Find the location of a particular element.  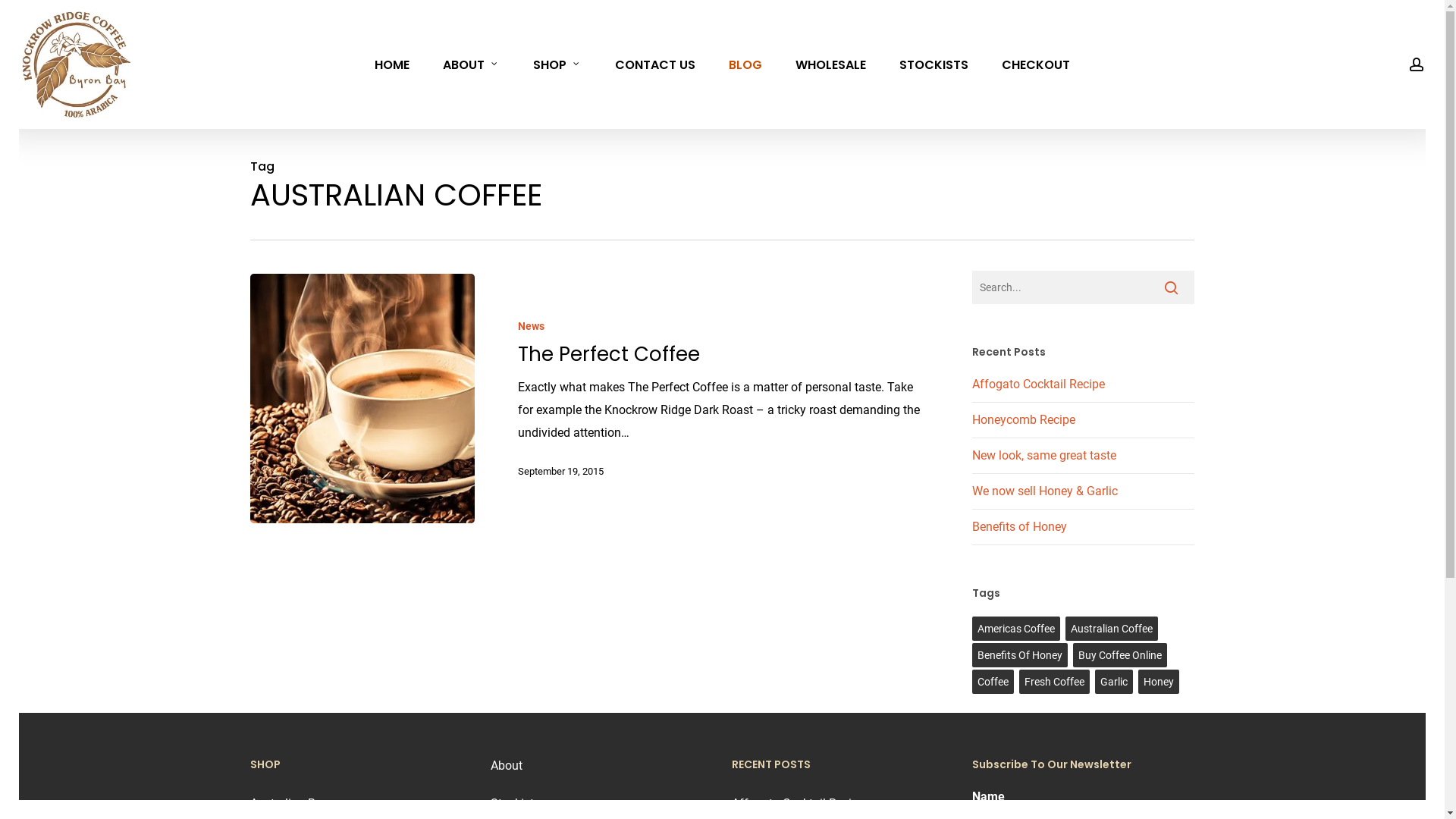

'News' is located at coordinates (517, 325).